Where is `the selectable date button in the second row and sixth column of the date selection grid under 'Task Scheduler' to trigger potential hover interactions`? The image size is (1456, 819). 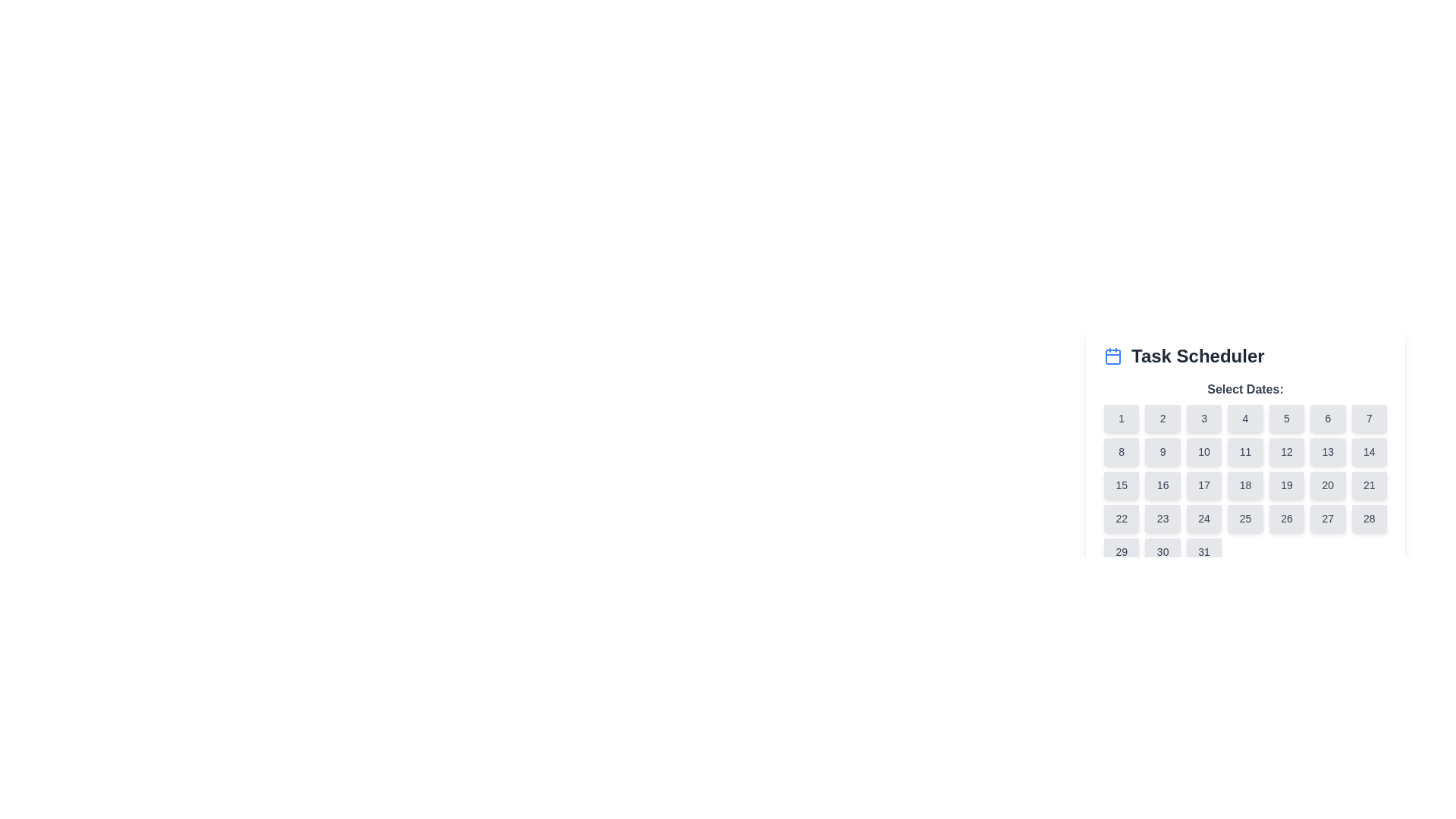 the selectable date button in the second row and sixth column of the date selection grid under 'Task Scheduler' to trigger potential hover interactions is located at coordinates (1285, 451).